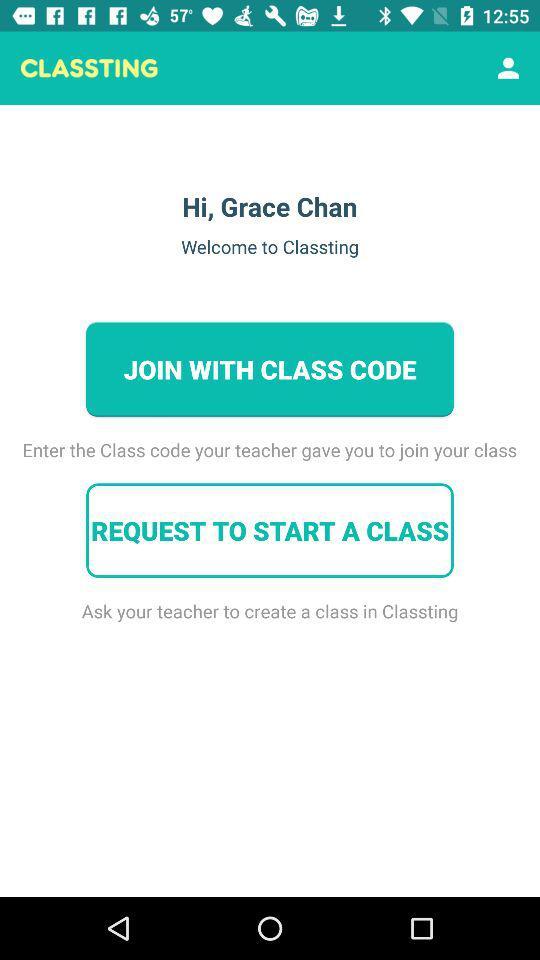  I want to click on the icon above the enter the class icon, so click(508, 68).